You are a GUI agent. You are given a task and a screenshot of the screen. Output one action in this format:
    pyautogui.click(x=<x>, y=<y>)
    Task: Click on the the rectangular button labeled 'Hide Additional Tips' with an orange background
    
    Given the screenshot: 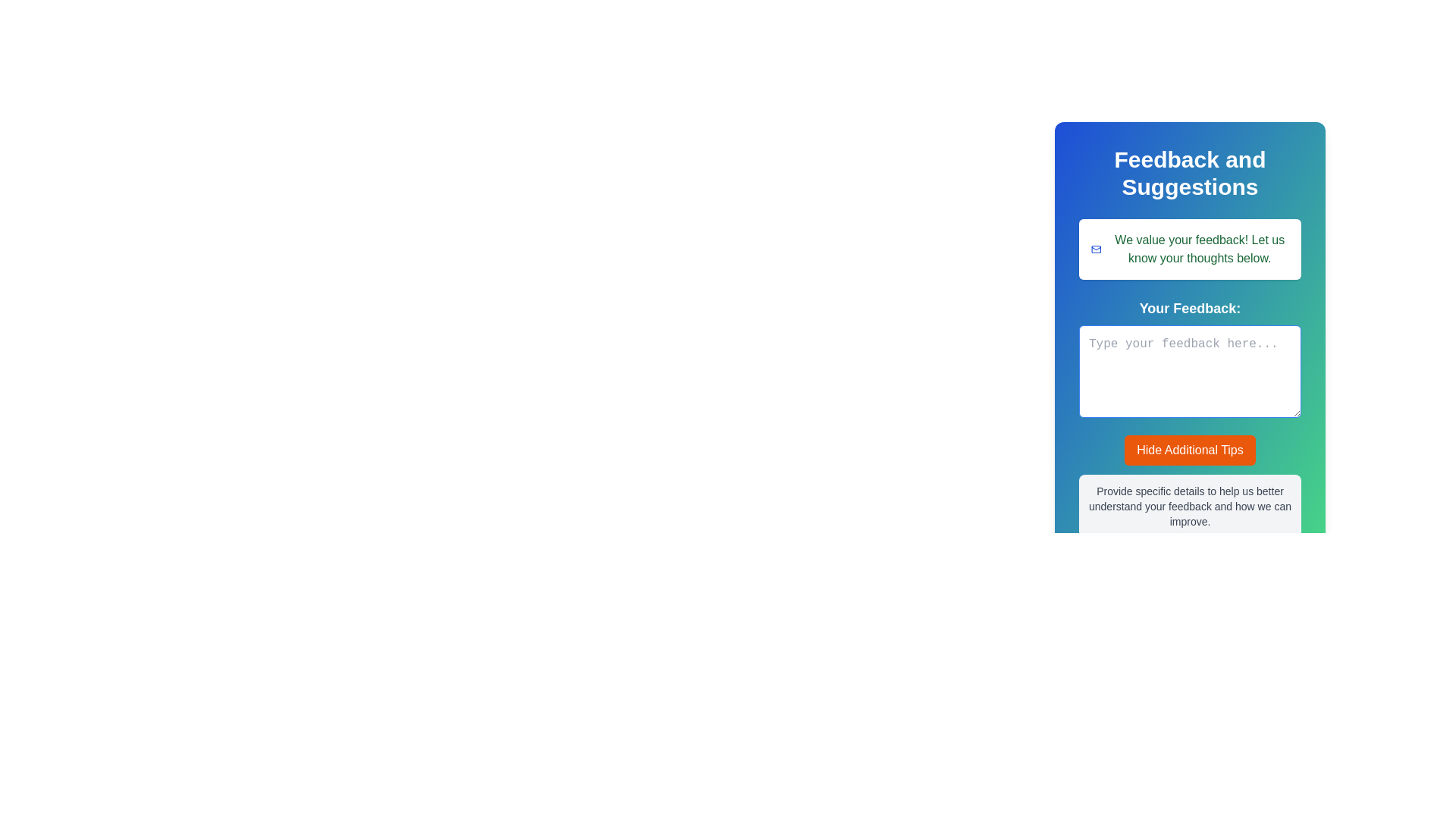 What is the action you would take?
    pyautogui.click(x=1189, y=450)
    